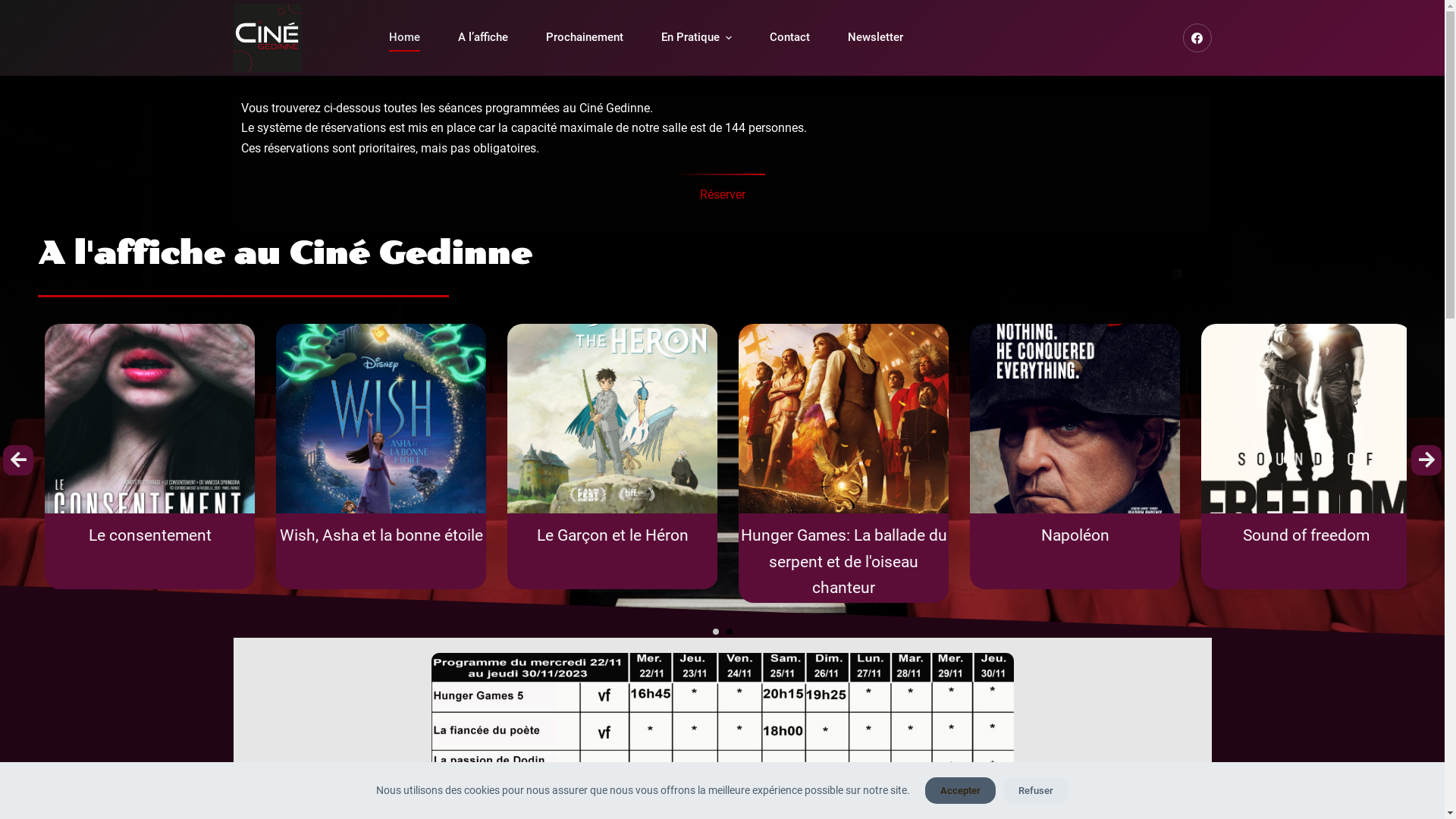  Describe the element at coordinates (404, 36) in the screenshot. I see `'Home'` at that location.